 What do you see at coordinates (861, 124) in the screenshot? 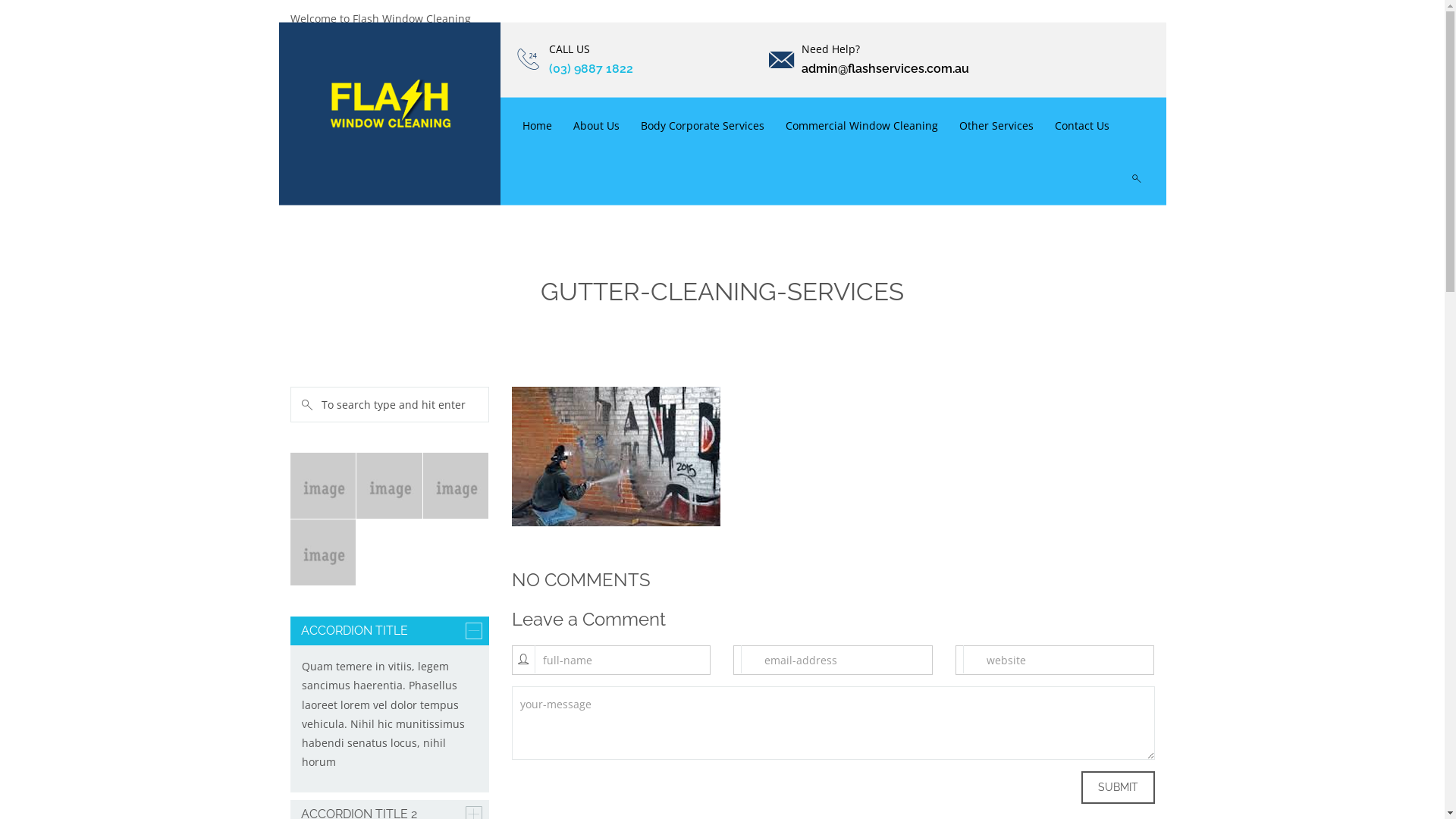
I see `'Commercial Window Cleaning'` at bounding box center [861, 124].